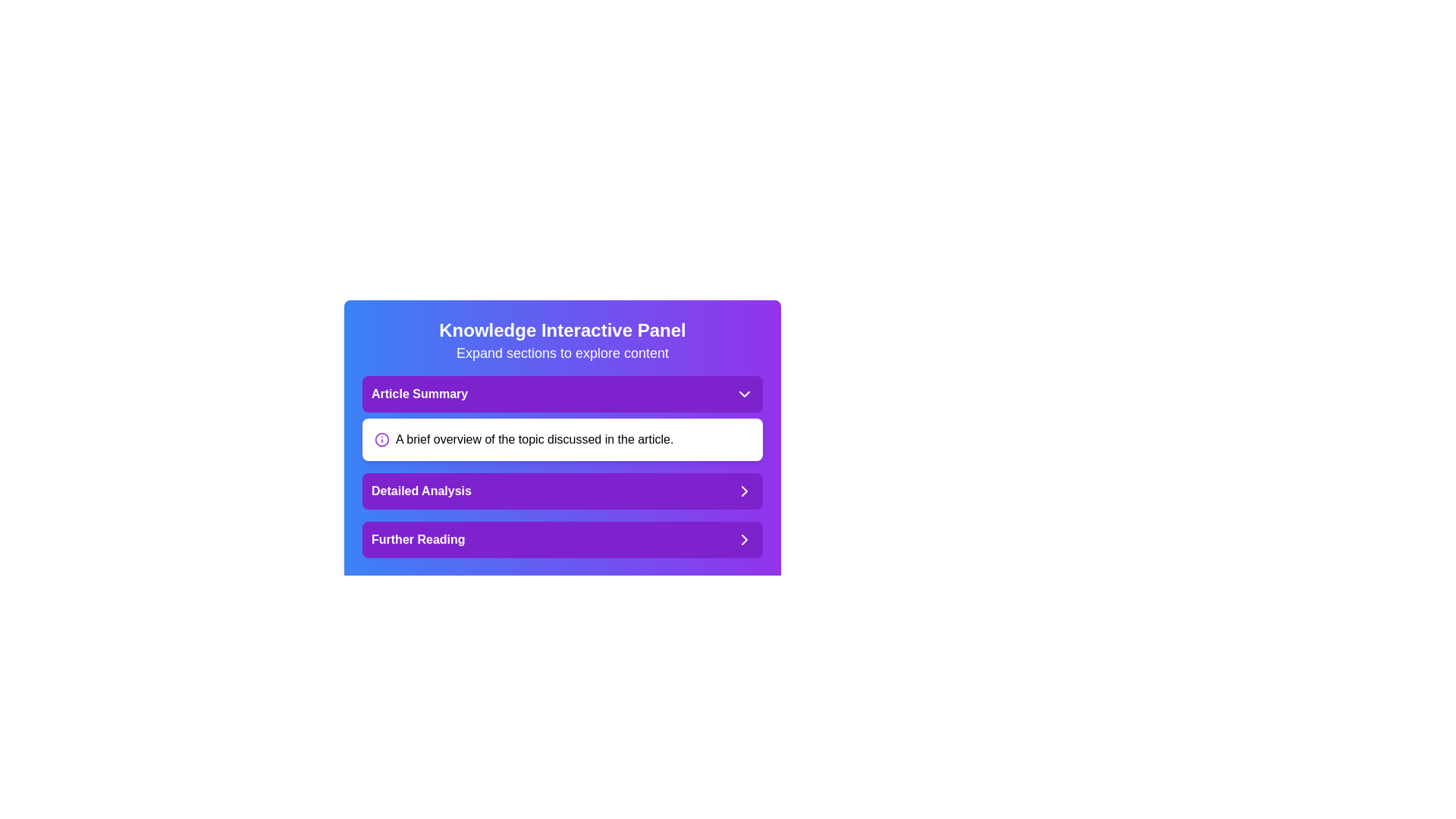 Image resolution: width=1456 pixels, height=819 pixels. Describe the element at coordinates (562, 539) in the screenshot. I see `the clickable button located in the 'Knowledge Interactive Panel' that activates a shadow effect` at that location.